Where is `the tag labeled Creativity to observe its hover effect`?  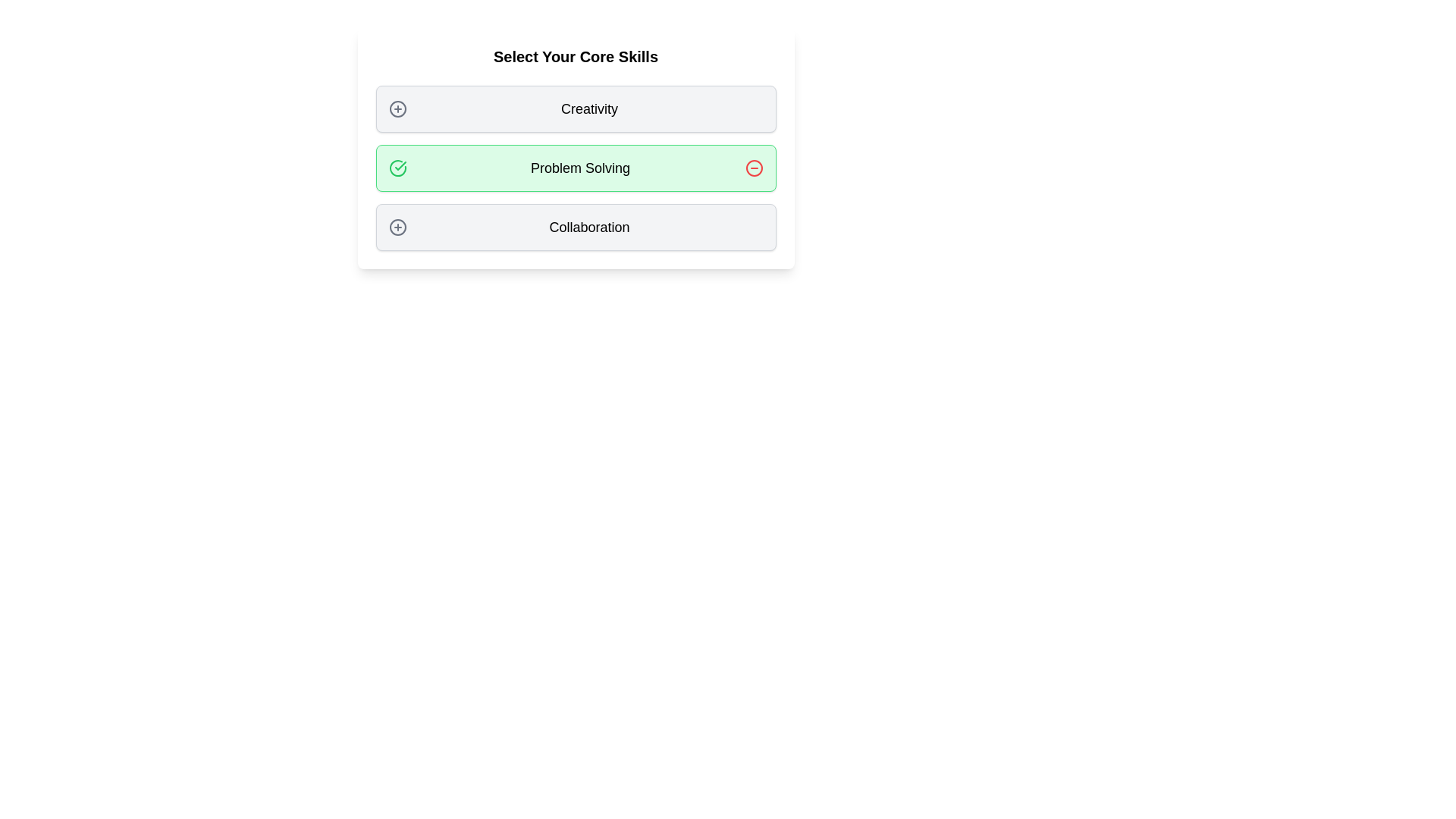 the tag labeled Creativity to observe its hover effect is located at coordinates (575, 108).